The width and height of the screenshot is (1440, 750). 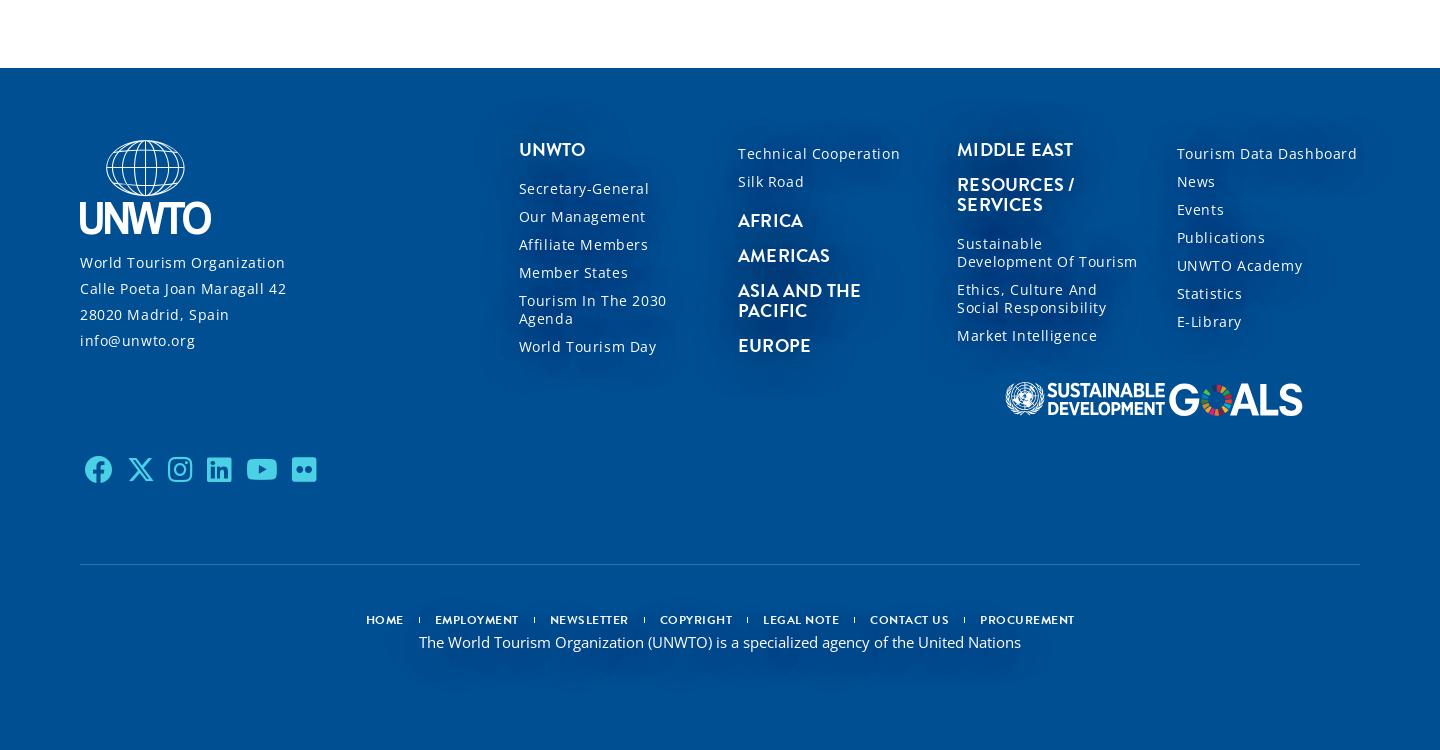 What do you see at coordinates (818, 152) in the screenshot?
I see `'Technical Cooperation'` at bounding box center [818, 152].